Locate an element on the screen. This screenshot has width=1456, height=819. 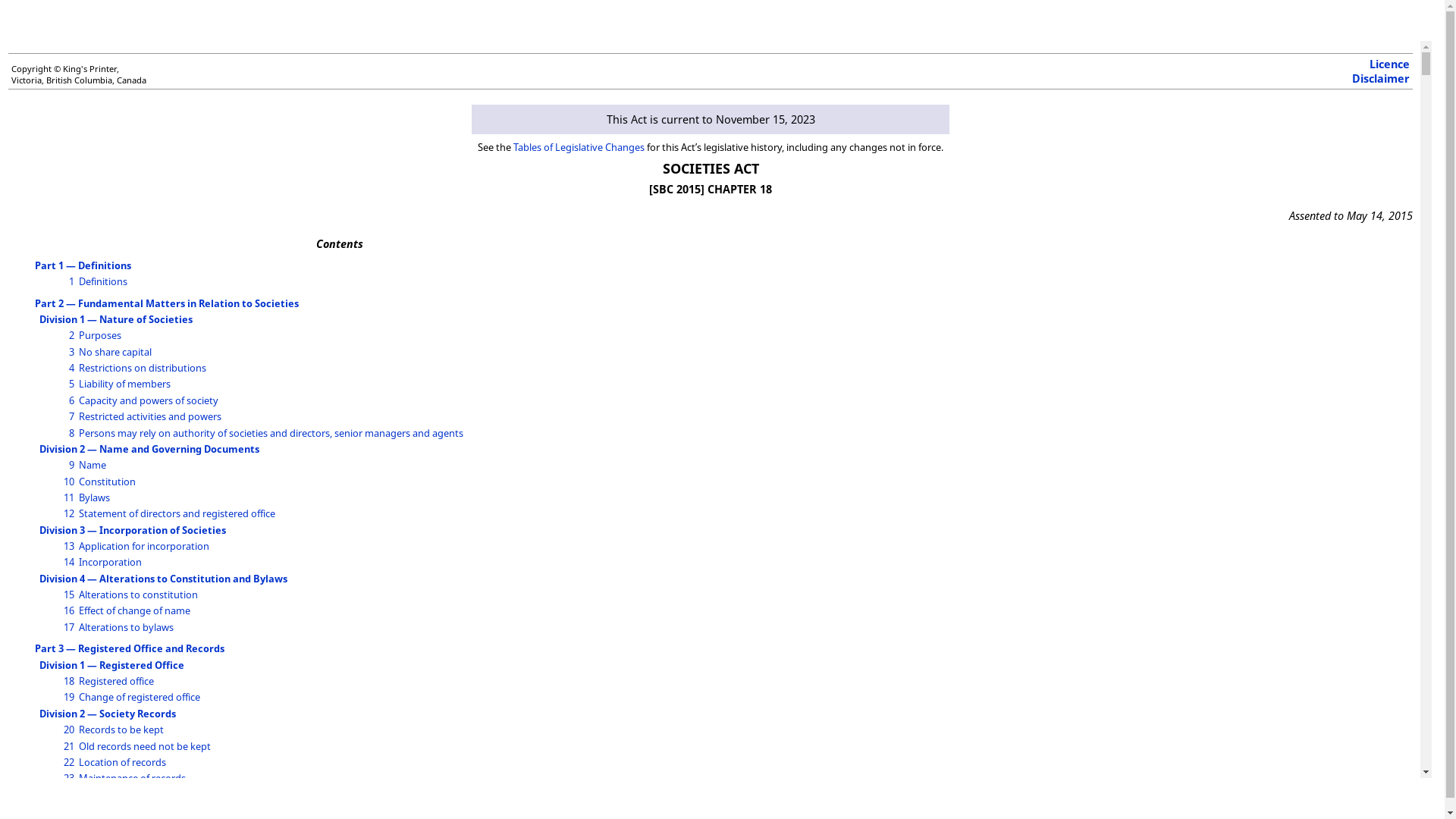
'19' is located at coordinates (68, 696).